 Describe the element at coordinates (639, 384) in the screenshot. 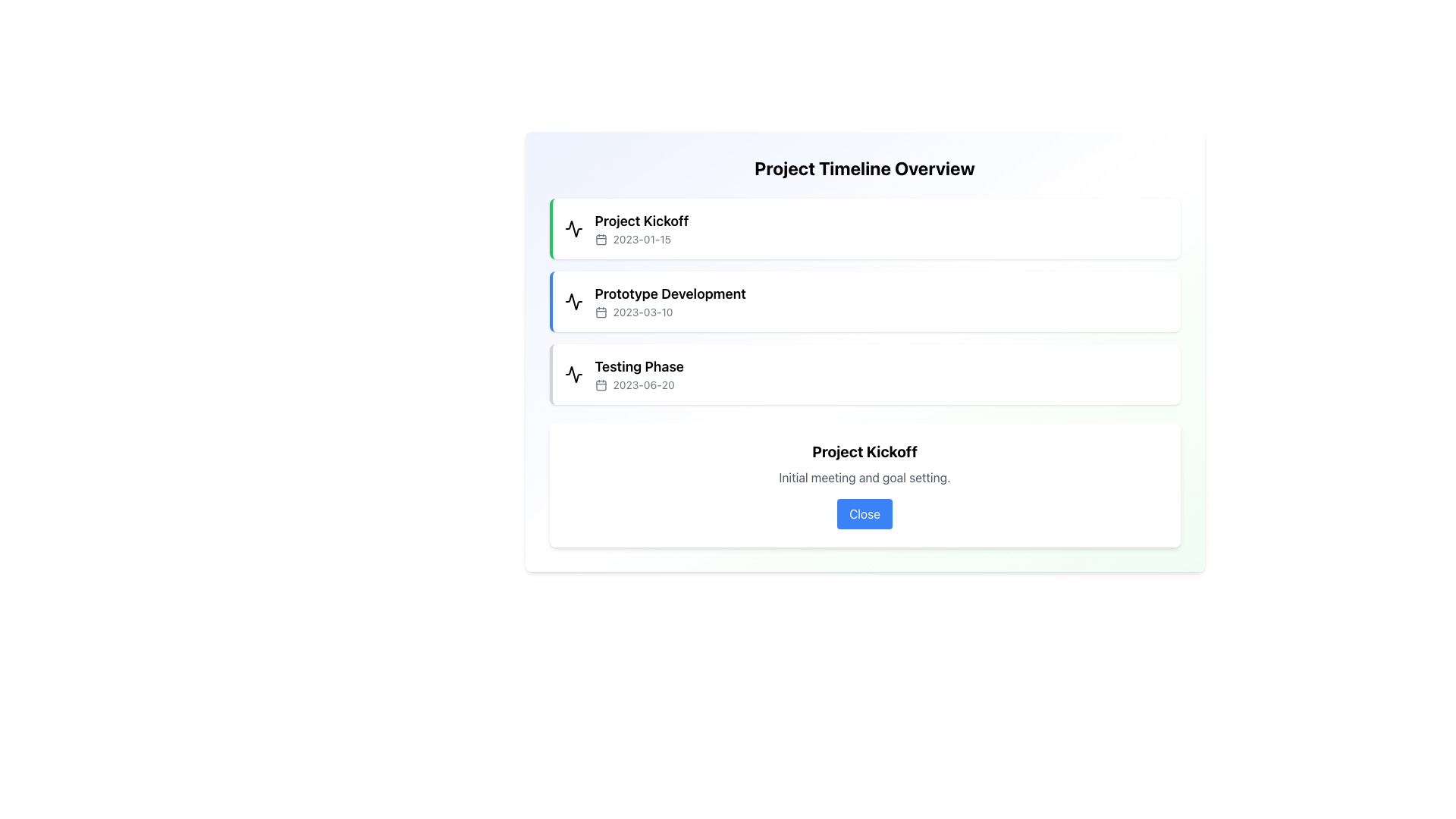

I see `displayed date information for the 'Testing Phase' entry in the timeline, located to the right of the 'Testing Phase' label, which is the third entry in the vertical sequence` at that location.